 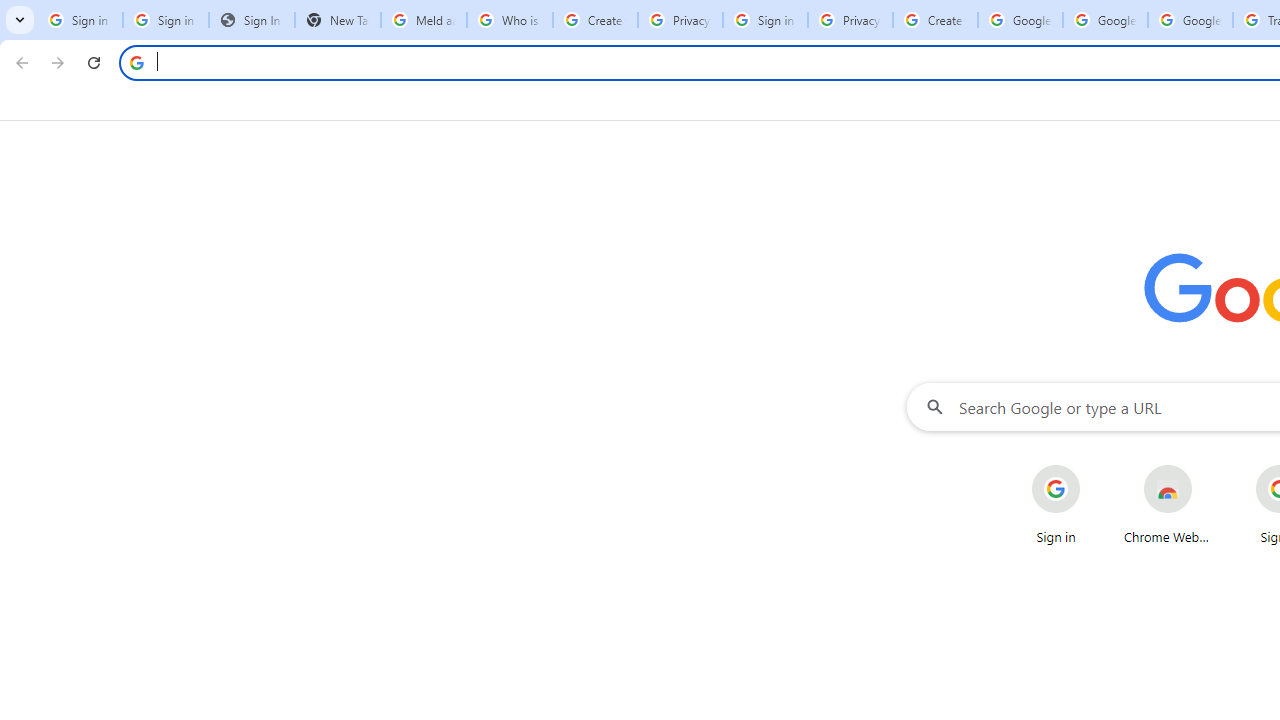 What do you see at coordinates (337, 20) in the screenshot?
I see `'New Tab'` at bounding box center [337, 20].